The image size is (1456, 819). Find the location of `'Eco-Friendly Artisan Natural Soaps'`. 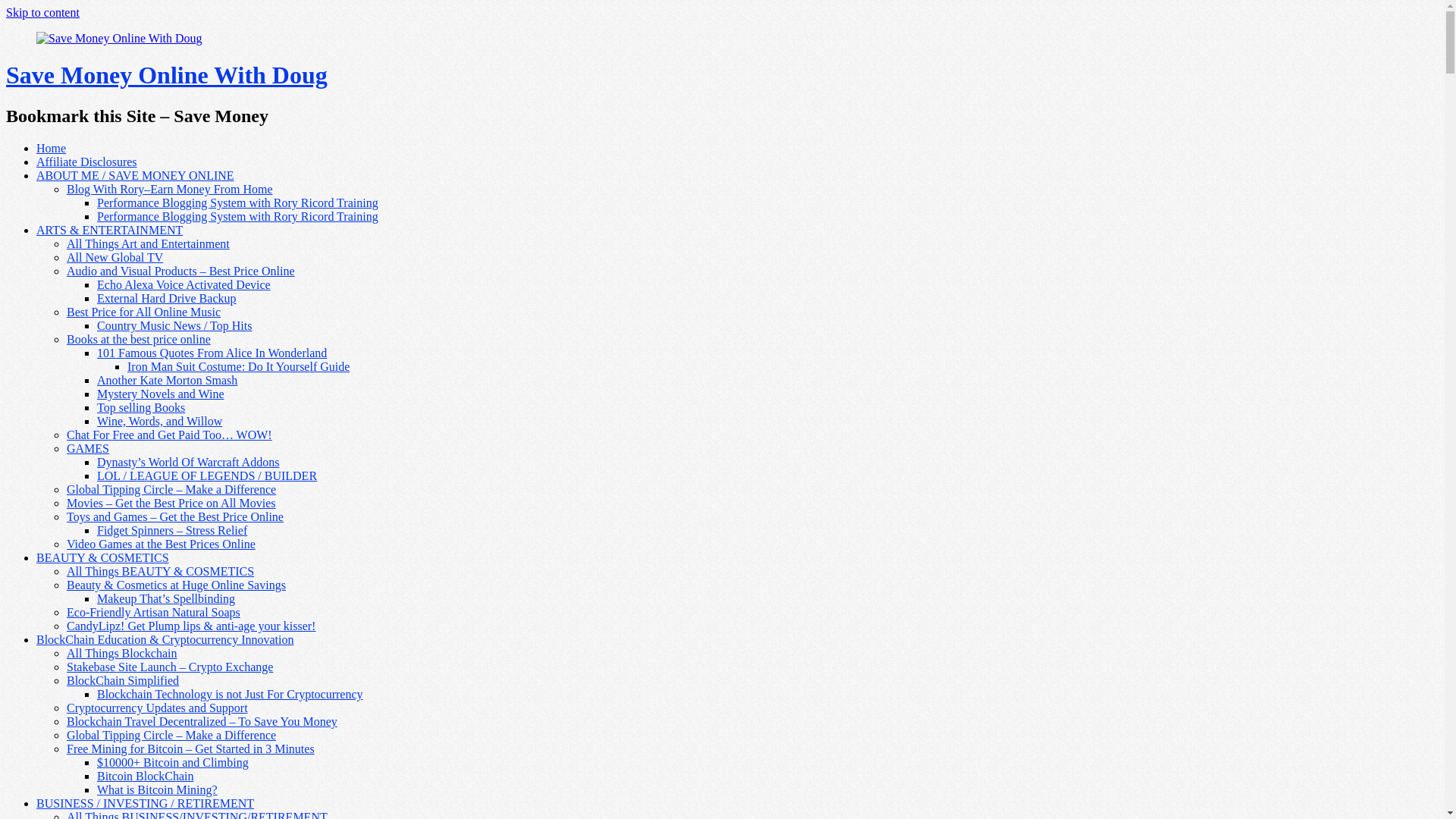

'Eco-Friendly Artisan Natural Soaps' is located at coordinates (65, 611).